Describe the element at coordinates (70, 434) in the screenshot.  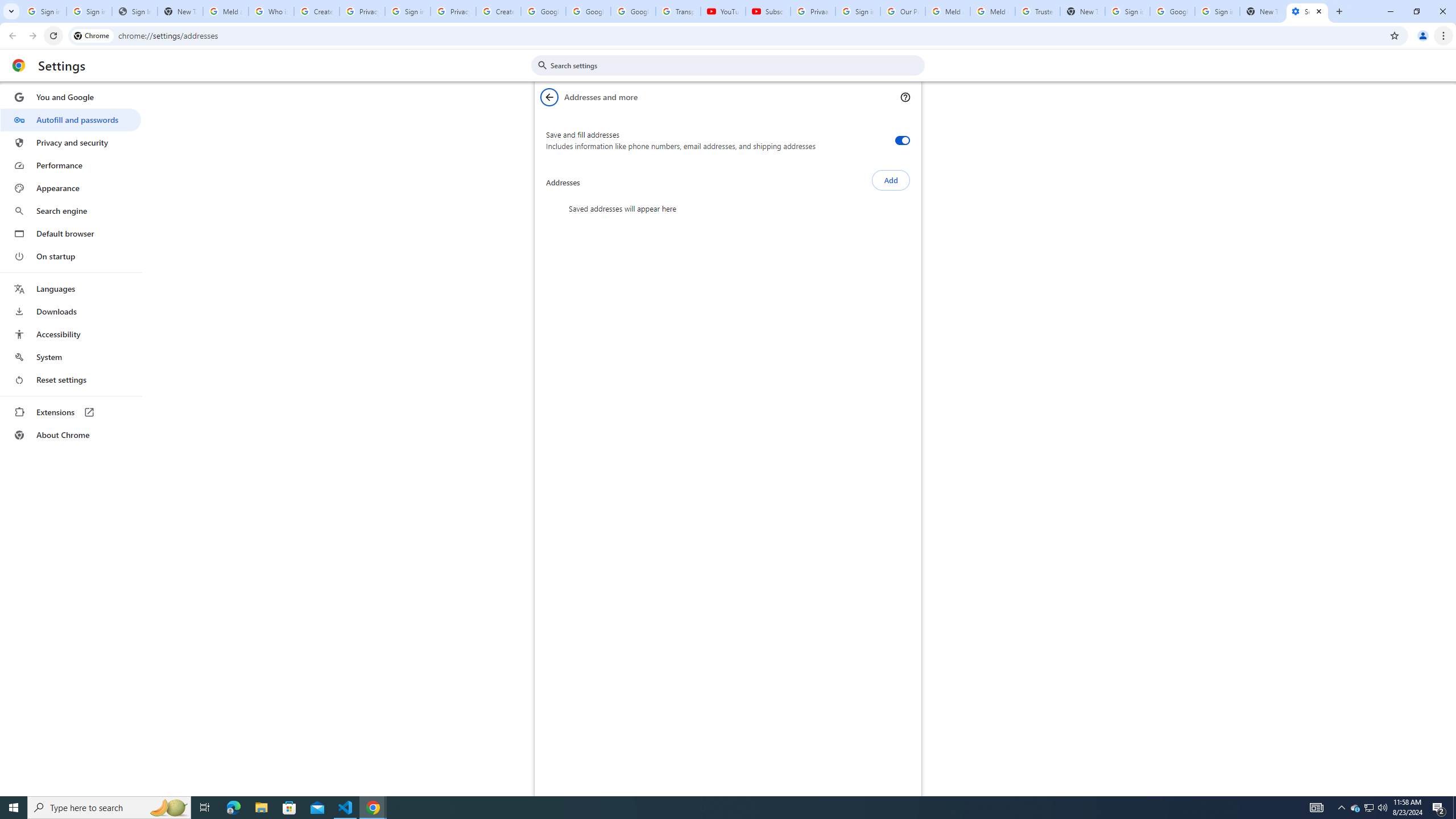
I see `'About Chrome'` at that location.